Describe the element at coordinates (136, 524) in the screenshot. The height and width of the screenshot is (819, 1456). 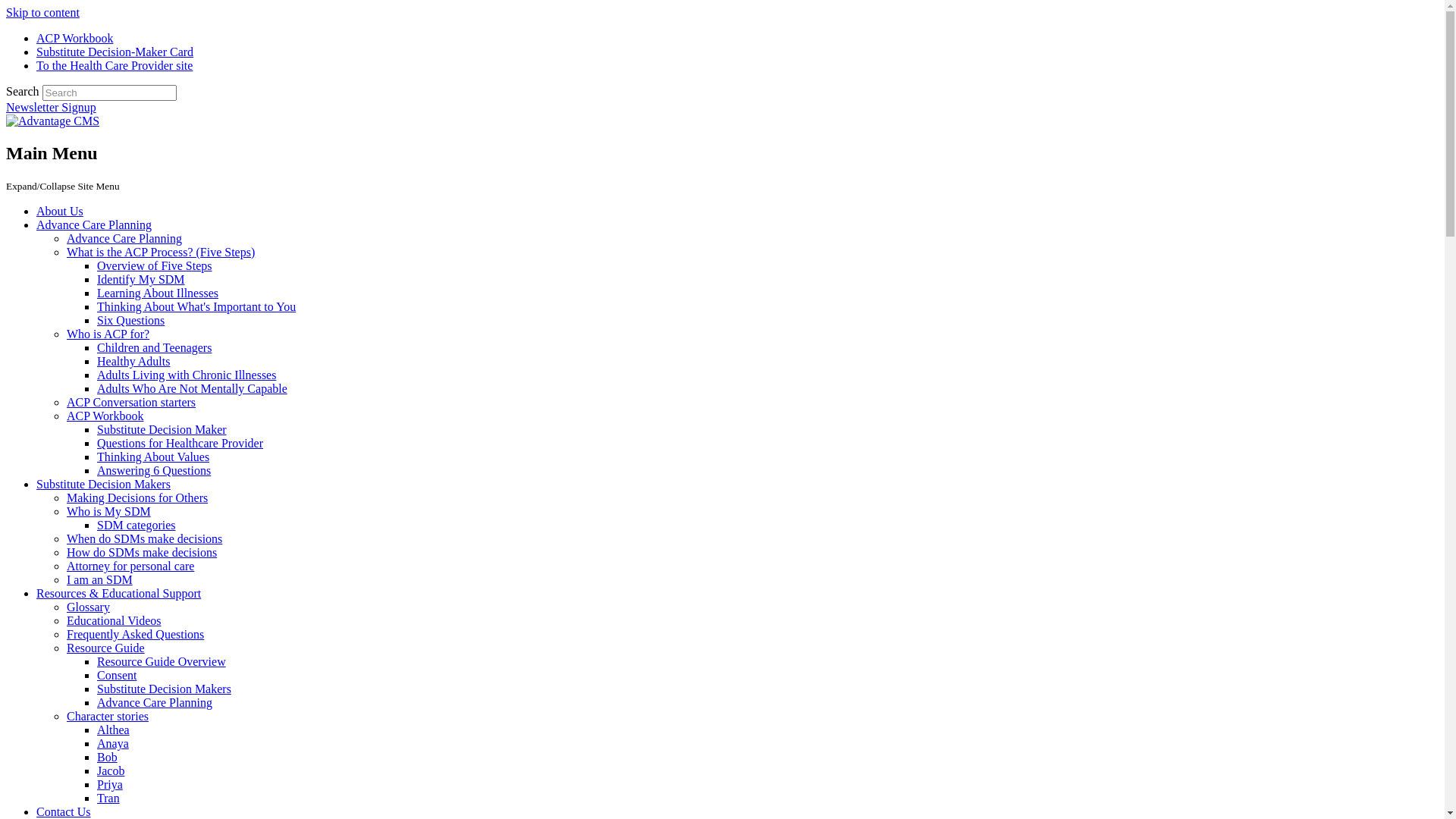
I see `'SDM categories'` at that location.